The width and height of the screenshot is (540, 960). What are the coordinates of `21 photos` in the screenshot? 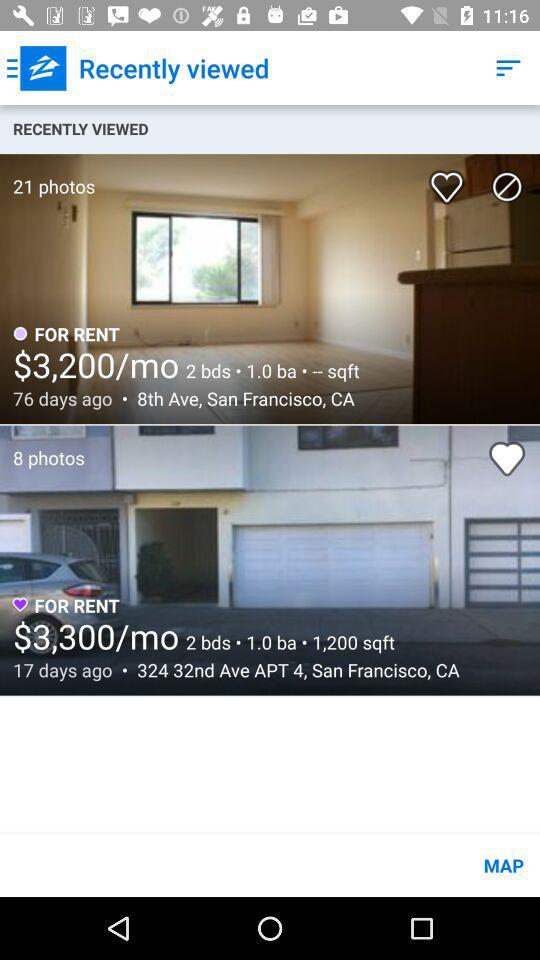 It's located at (47, 175).